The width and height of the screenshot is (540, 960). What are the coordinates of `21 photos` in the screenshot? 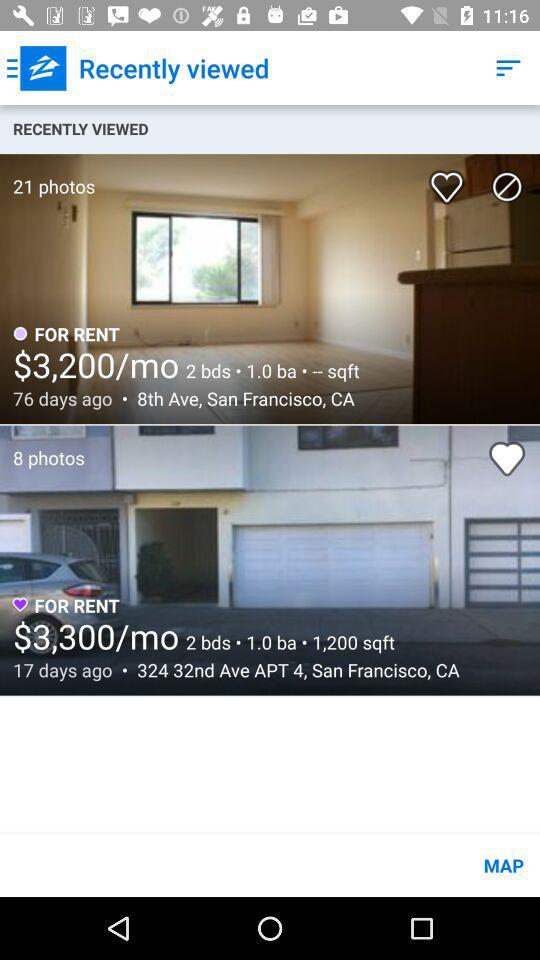 It's located at (47, 175).